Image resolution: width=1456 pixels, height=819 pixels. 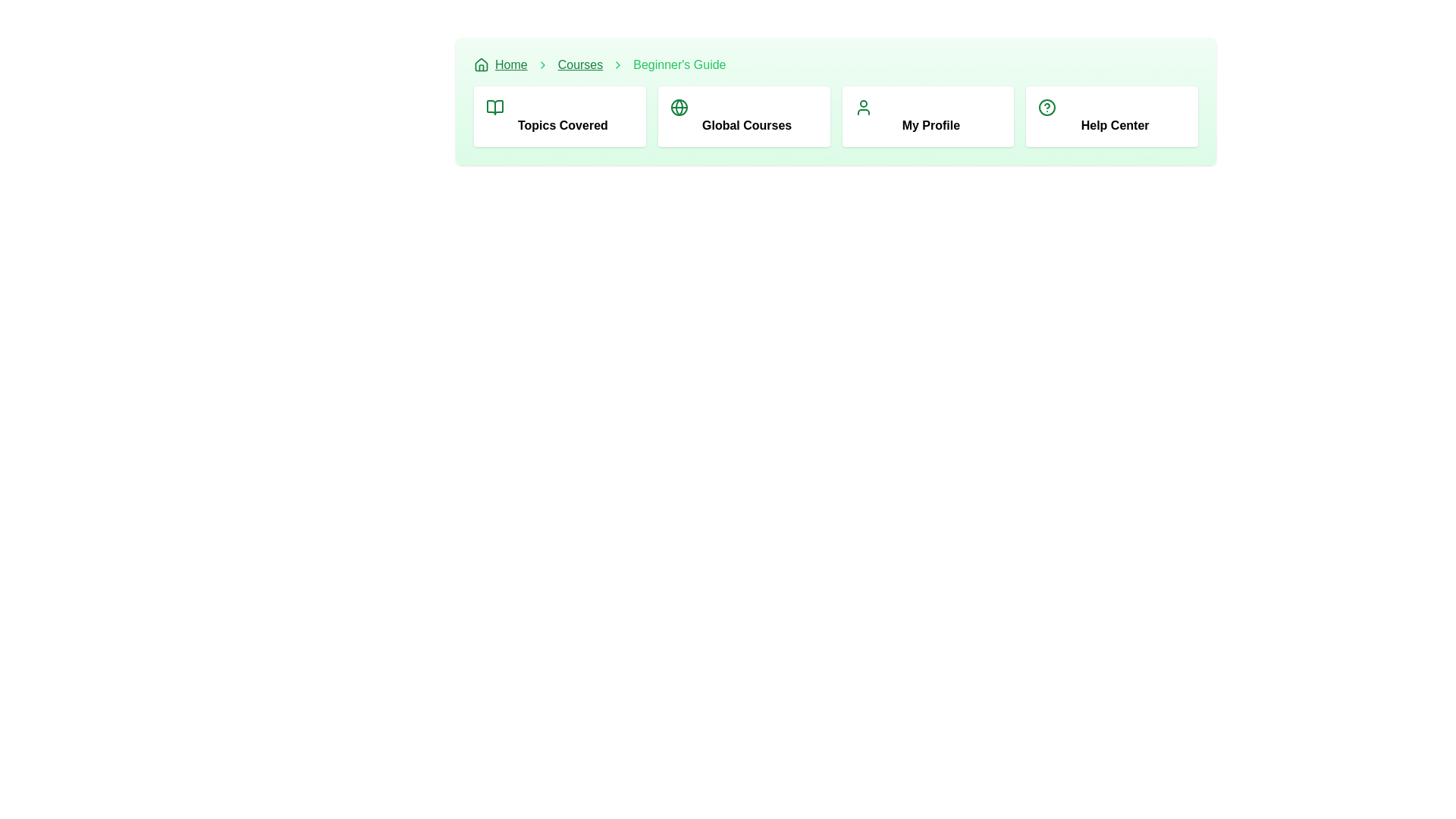 What do you see at coordinates (863, 107) in the screenshot?
I see `the user profile icon, which is a green outline figure of a user, located in the 'My Profile' section of the navigation card area` at bounding box center [863, 107].